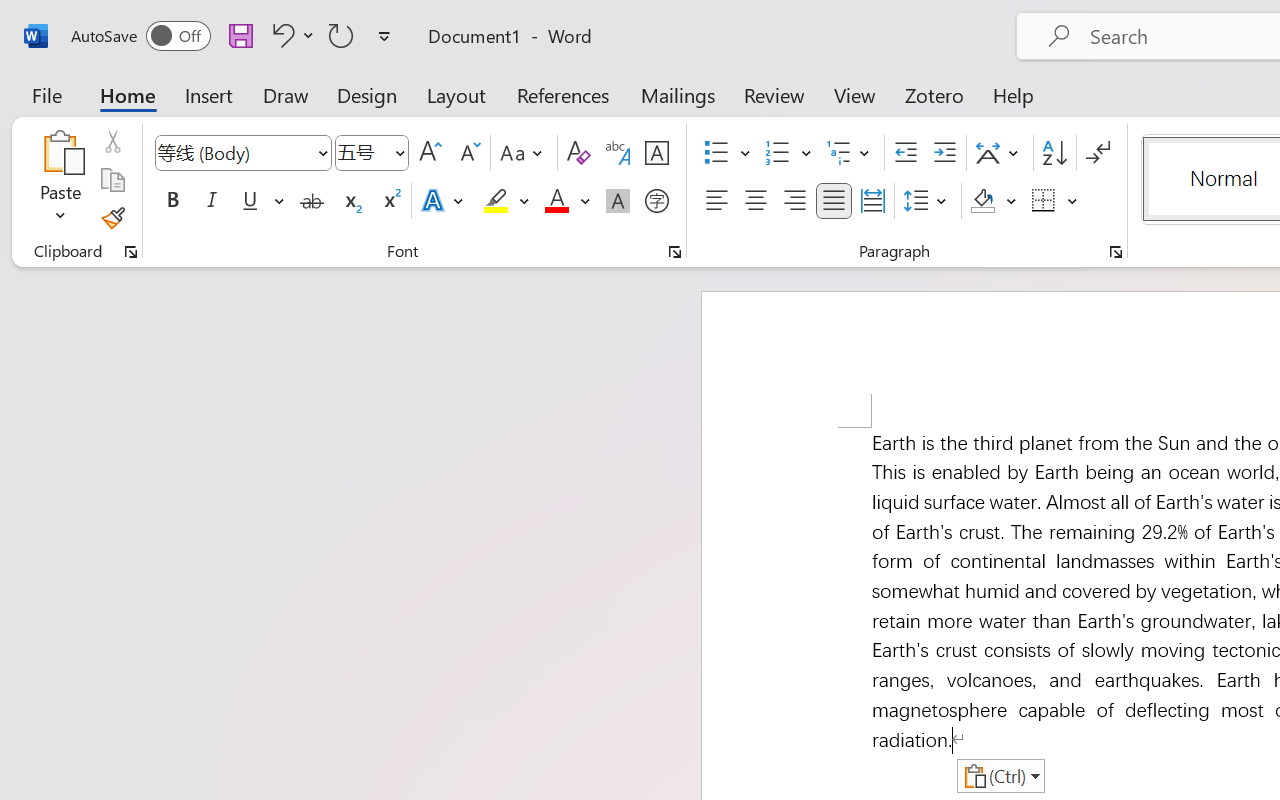 Image resolution: width=1280 pixels, height=800 pixels. Describe the element at coordinates (927, 201) in the screenshot. I see `'Line and Paragraph Spacing'` at that location.